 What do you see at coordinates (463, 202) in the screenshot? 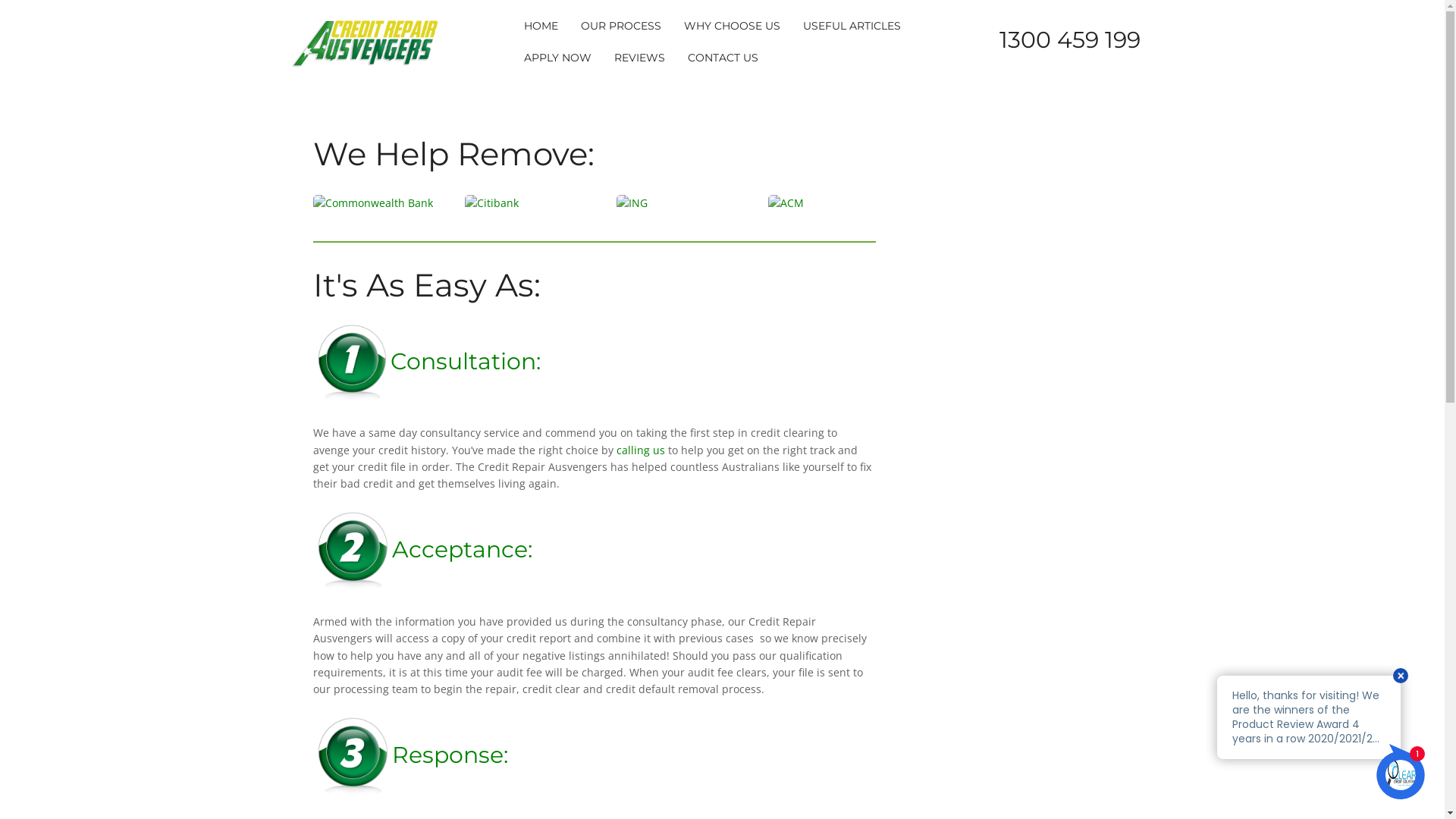
I see `'Citibank'` at bounding box center [463, 202].